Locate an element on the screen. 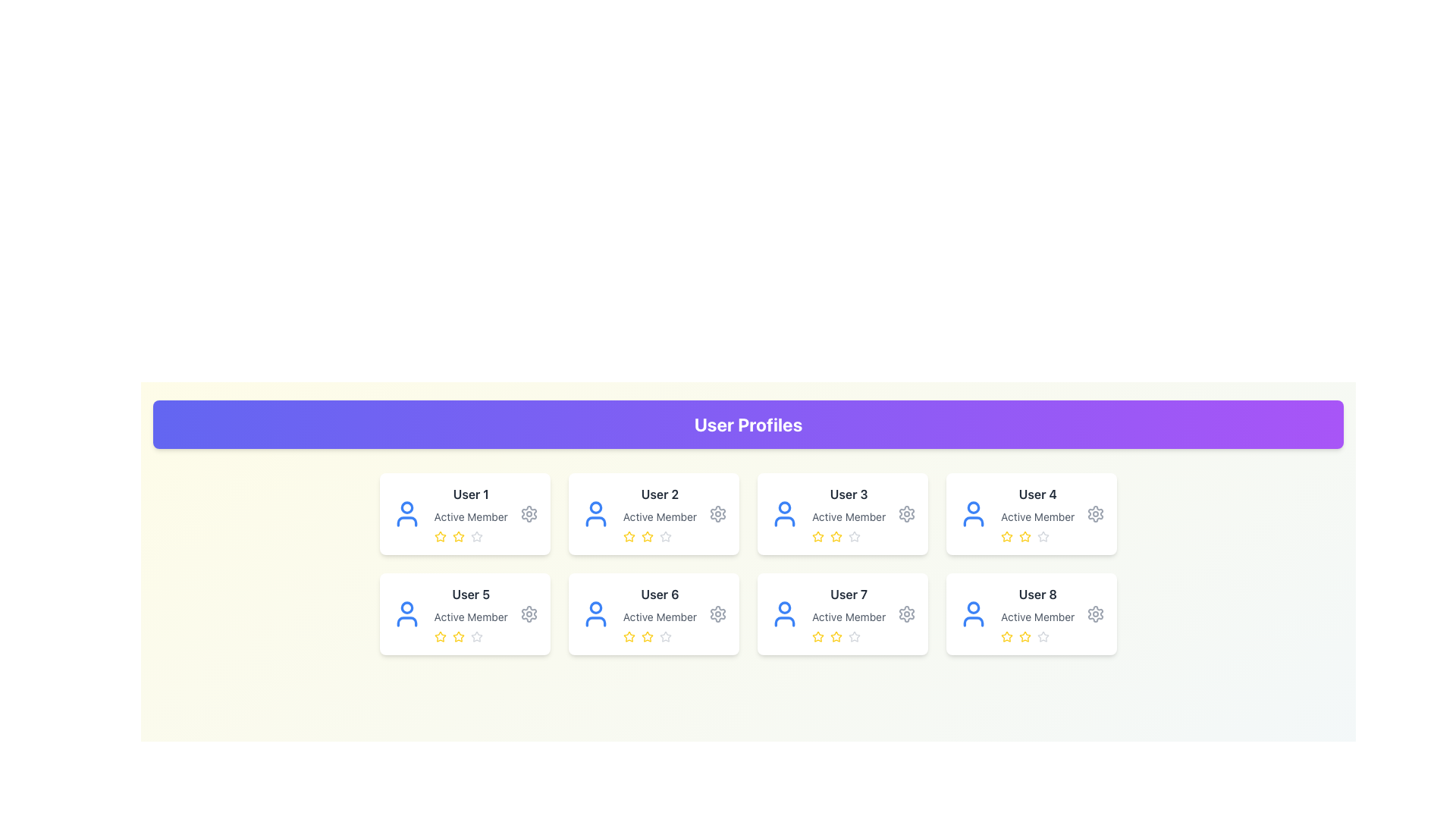 The width and height of the screenshot is (1456, 819). the Rating Indicator element, which consists of five star icons, with the first two stars filled in yellow and the third star unfilled, located in the 'User 8' profile card below 'Active Member' is located at coordinates (1037, 637).